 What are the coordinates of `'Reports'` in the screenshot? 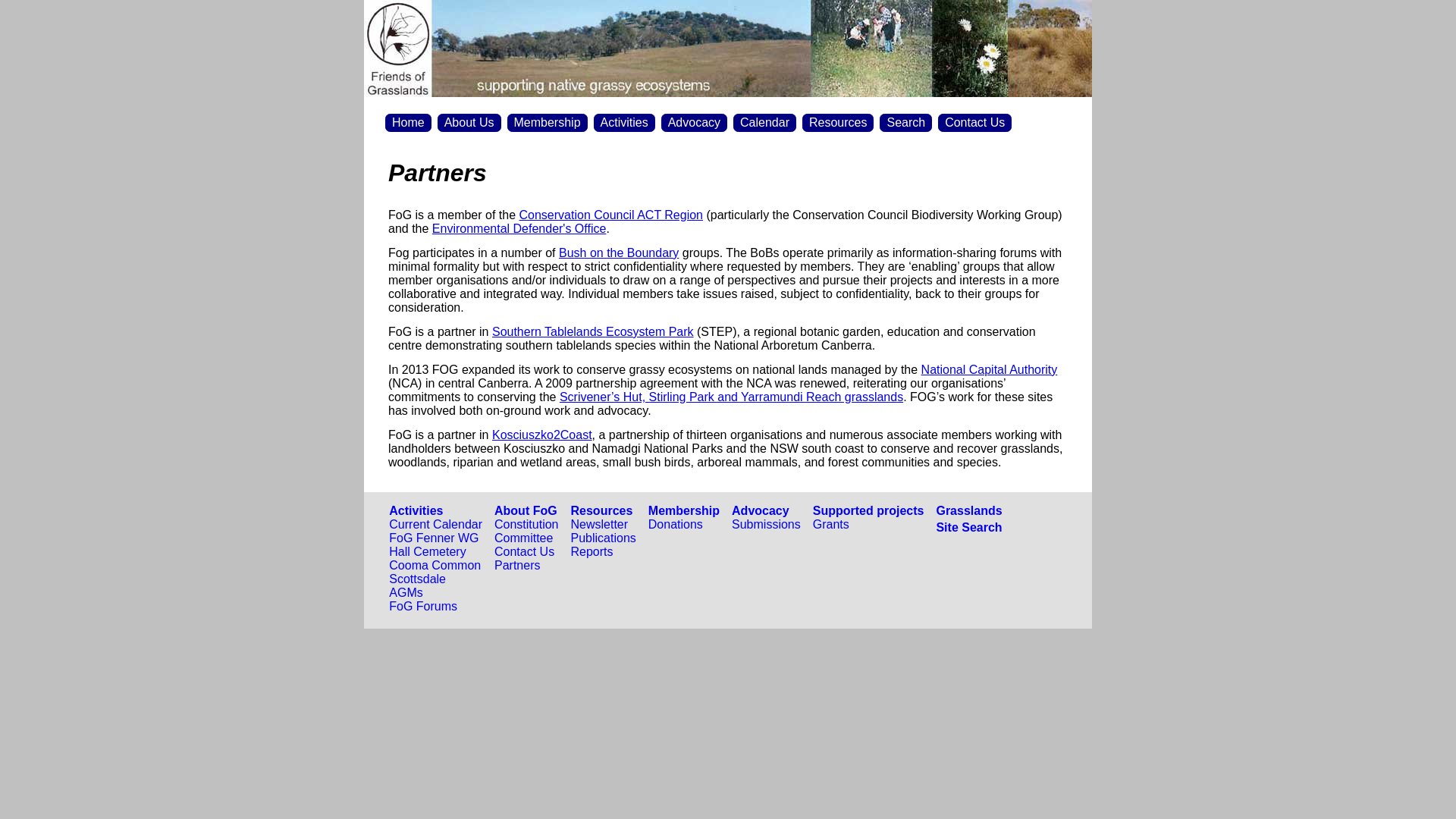 It's located at (591, 551).